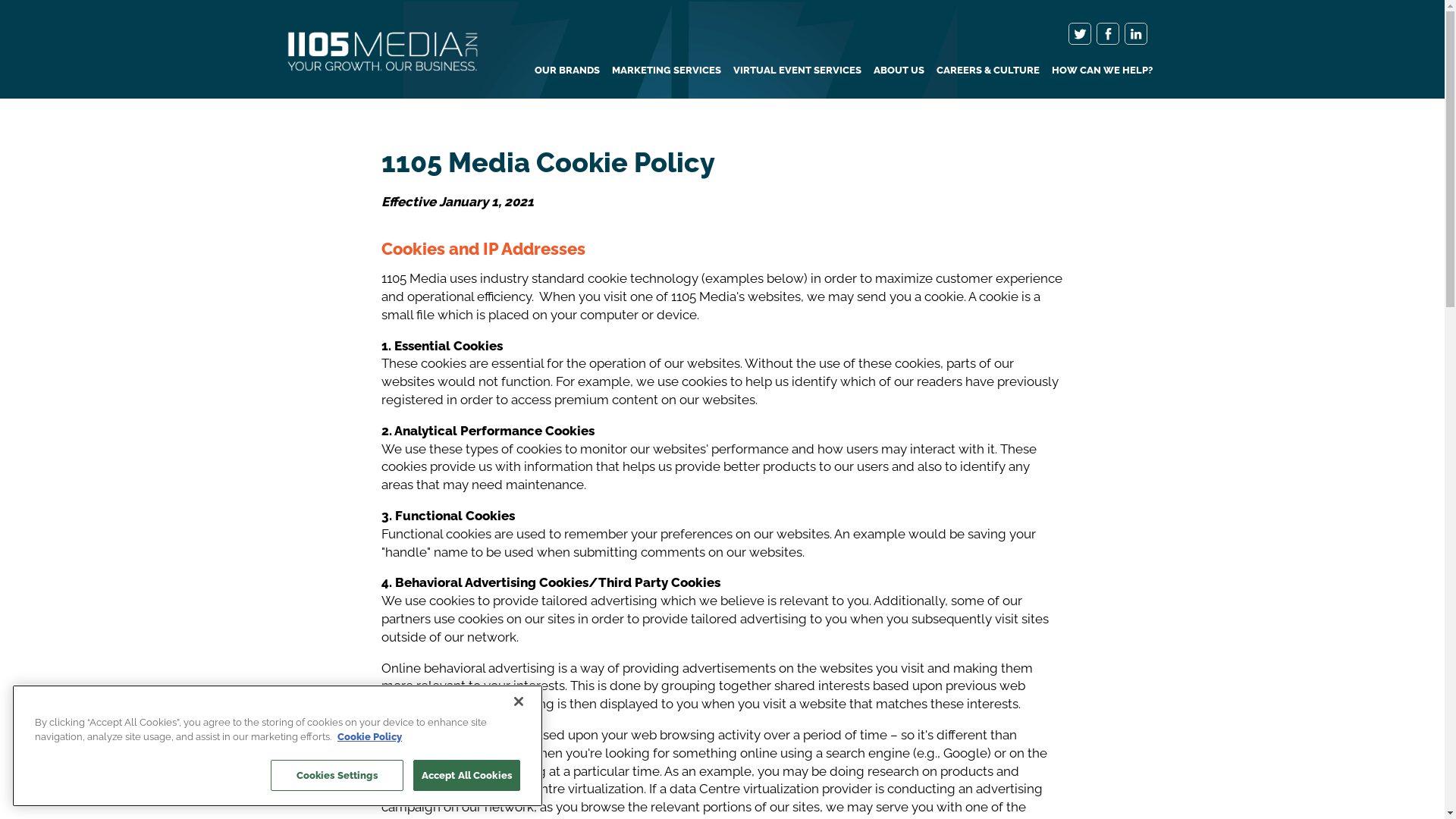 Image resolution: width=1456 pixels, height=819 pixels. Describe the element at coordinates (1043, 70) in the screenshot. I see `'HOW CAN WE HELP?'` at that location.